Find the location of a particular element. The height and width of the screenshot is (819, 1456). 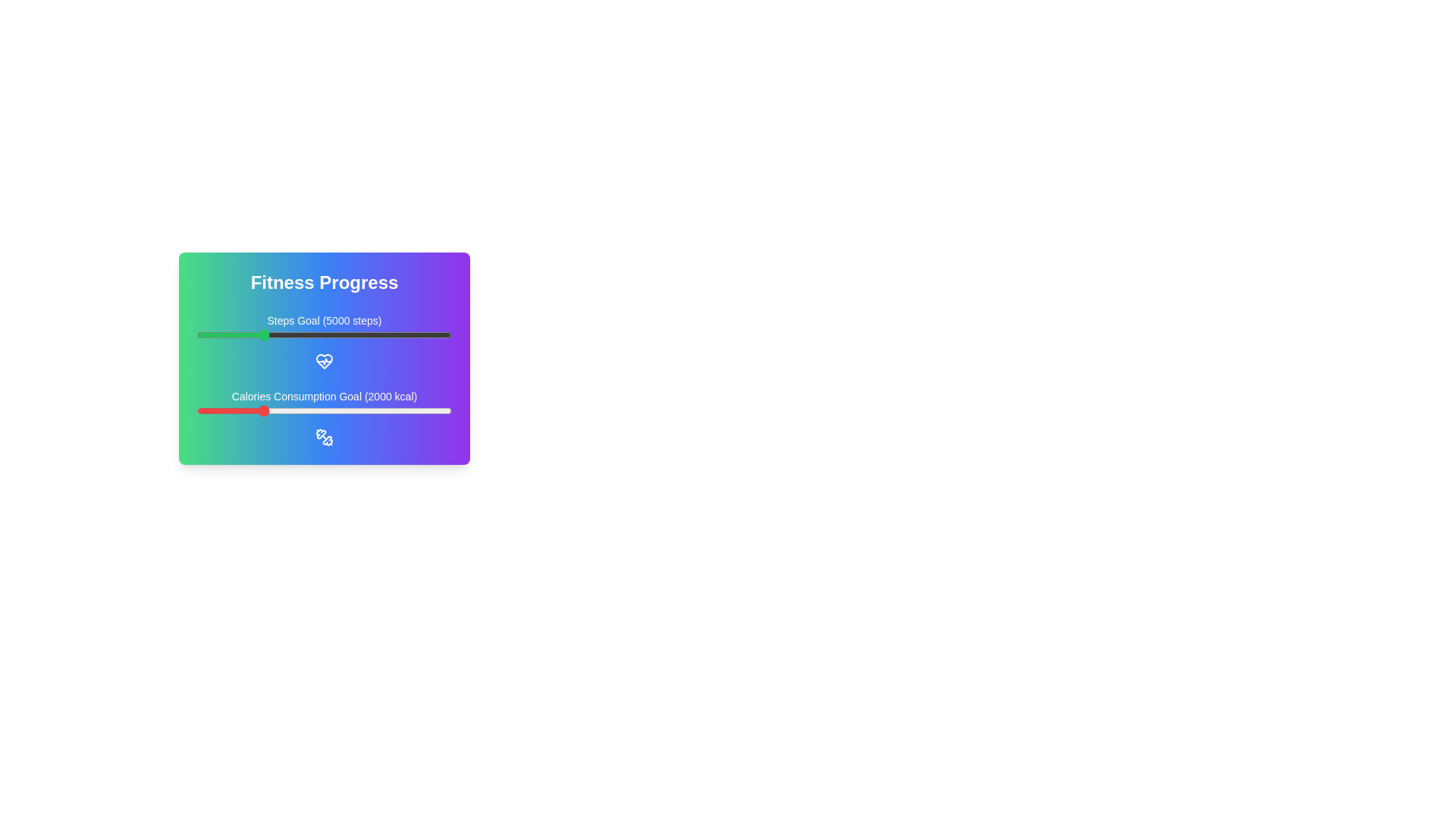

the heart with pulse icon that symbolizes health-related progress, located centrally beneath the 'Steps Goal (5000 steps)' text and above the 'Calories Consumption Goal (2000 kcal)' slider is located at coordinates (323, 362).